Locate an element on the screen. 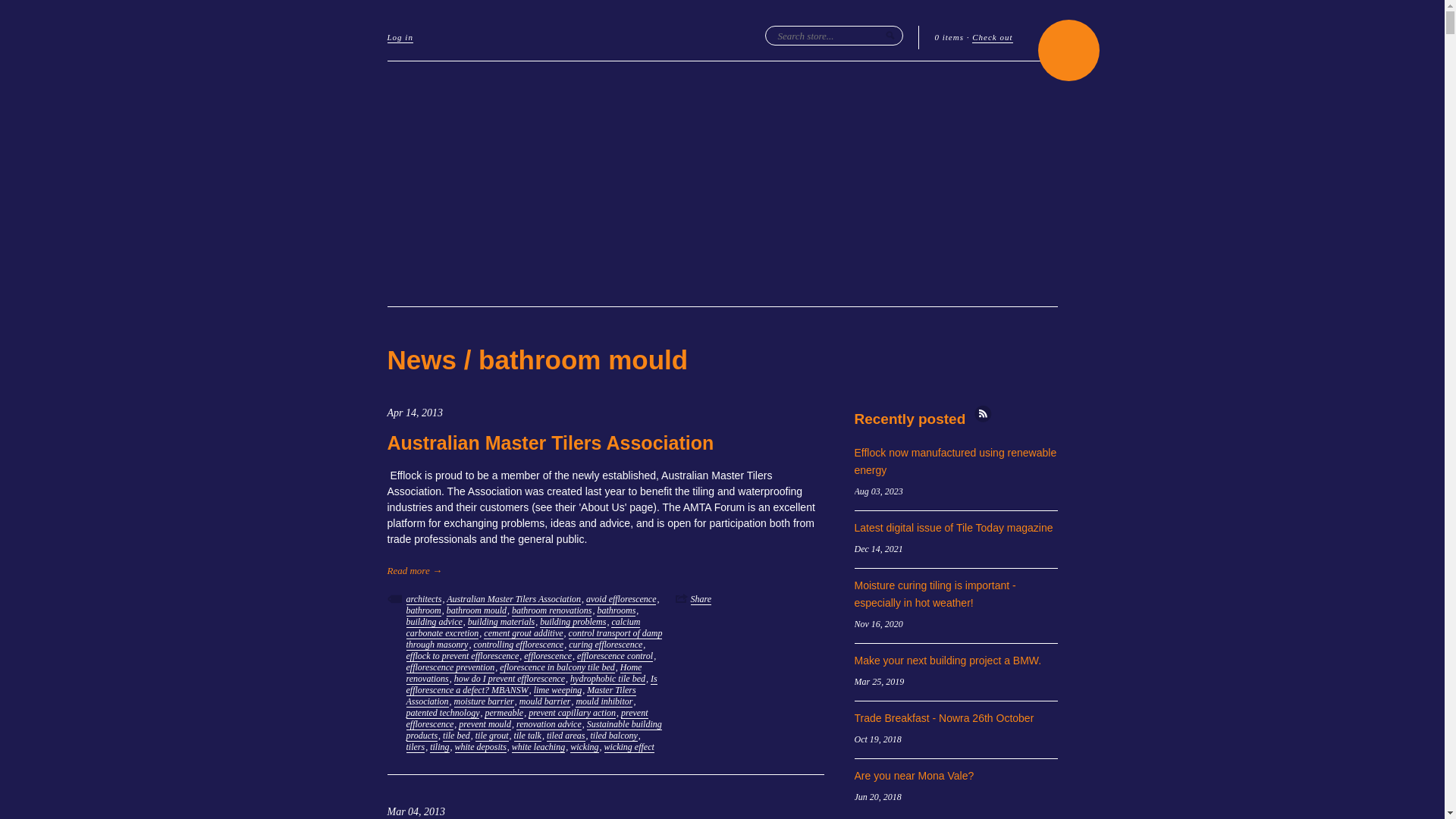 The height and width of the screenshot is (819, 1456). 'Trade Breakfast - Nowra 26th October' is located at coordinates (943, 717).